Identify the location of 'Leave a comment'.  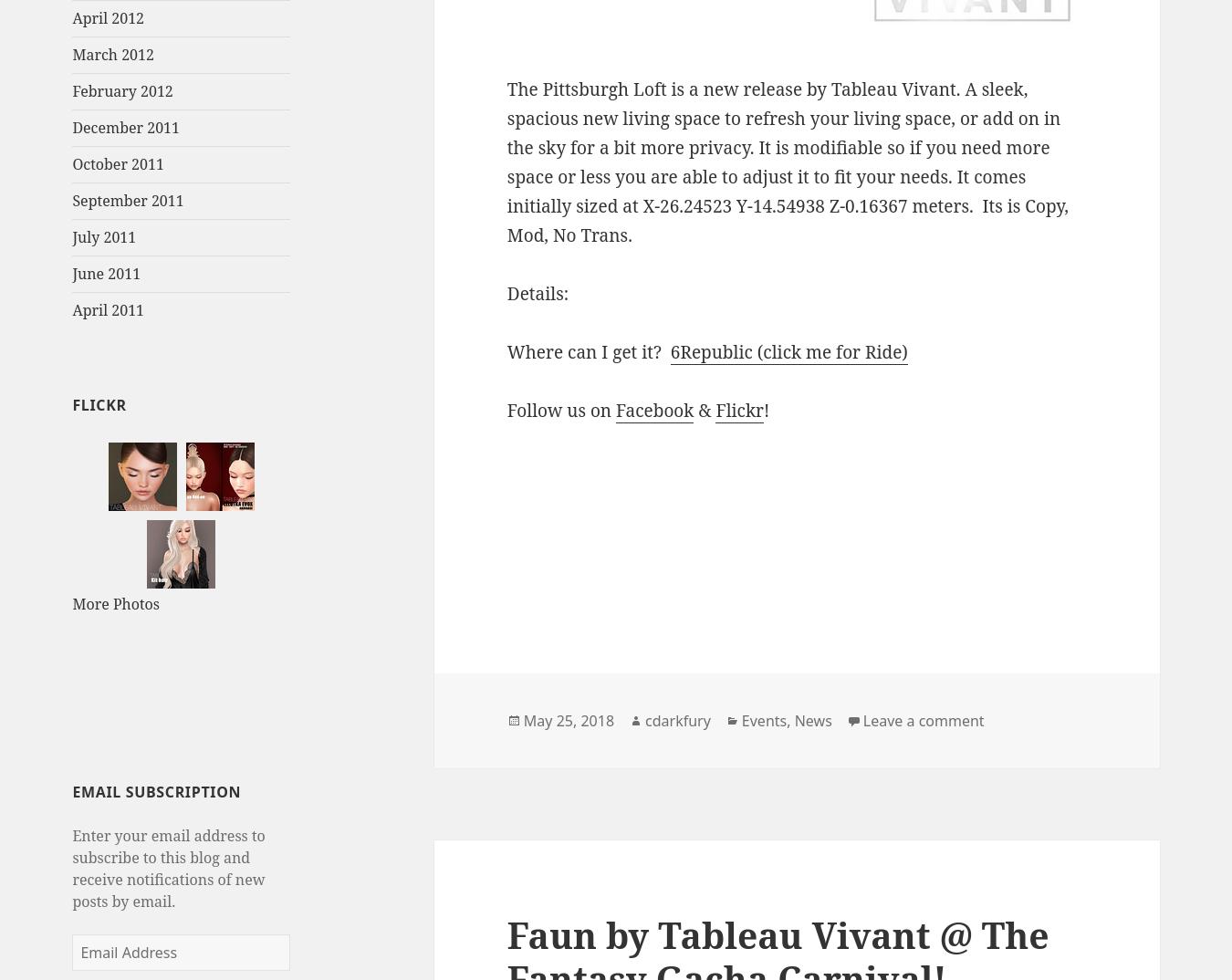
(922, 720).